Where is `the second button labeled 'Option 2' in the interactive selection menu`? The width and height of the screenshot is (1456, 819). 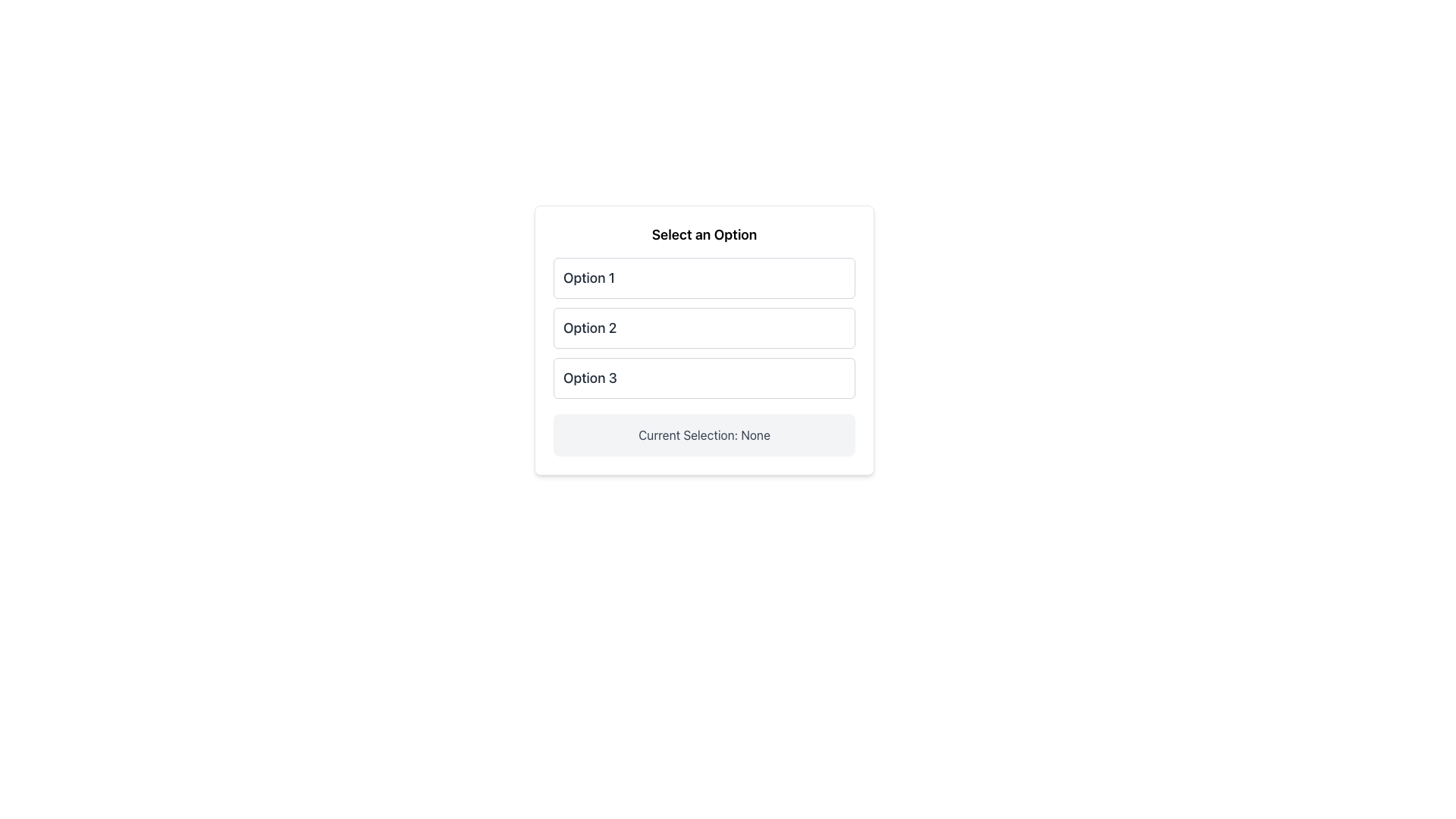 the second button labeled 'Option 2' in the interactive selection menu is located at coordinates (704, 339).